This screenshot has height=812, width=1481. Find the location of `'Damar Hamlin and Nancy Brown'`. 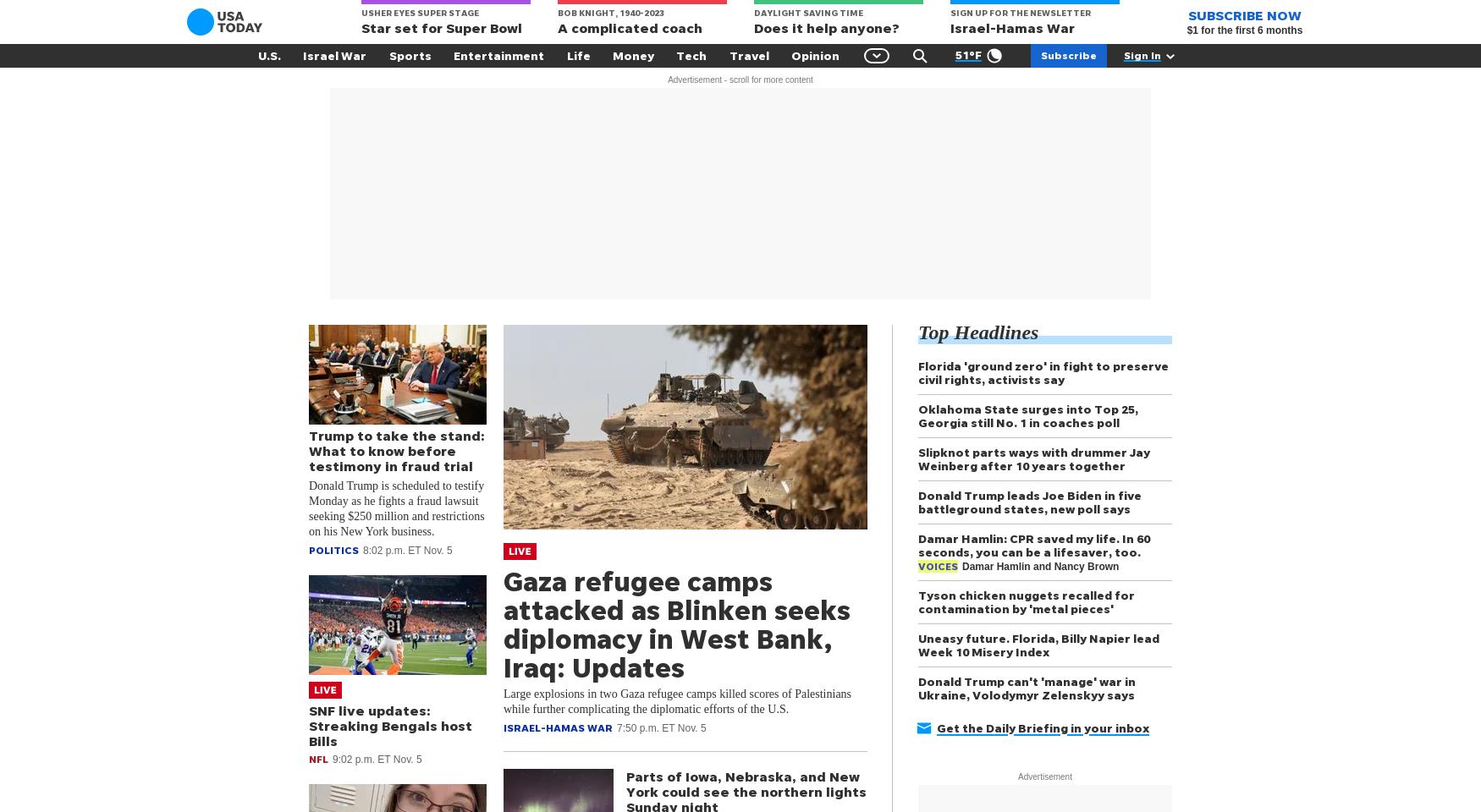

'Damar Hamlin and Nancy Brown' is located at coordinates (961, 566).